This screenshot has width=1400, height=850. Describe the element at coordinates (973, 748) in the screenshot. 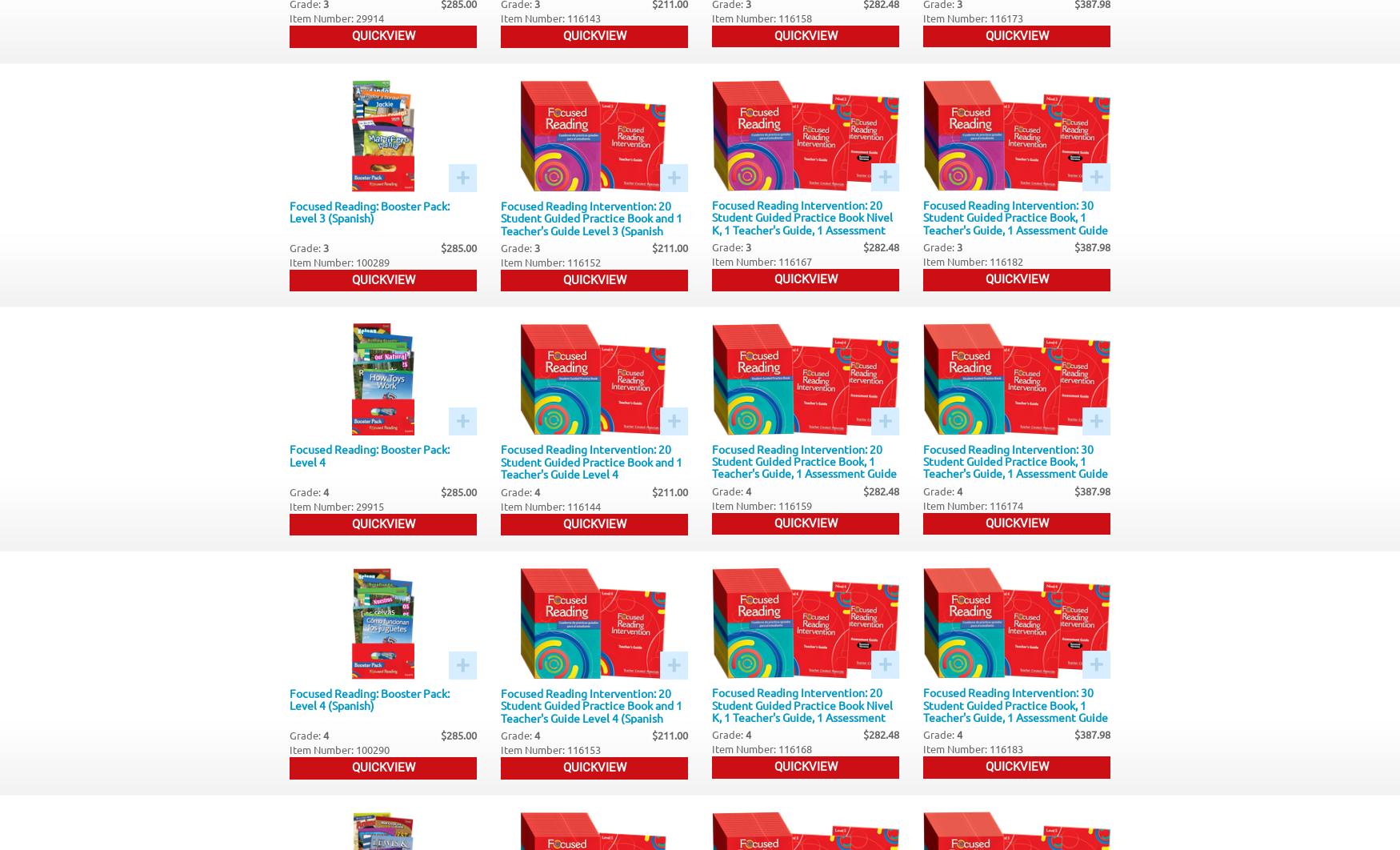

I see `'Item Number: 116183'` at that location.